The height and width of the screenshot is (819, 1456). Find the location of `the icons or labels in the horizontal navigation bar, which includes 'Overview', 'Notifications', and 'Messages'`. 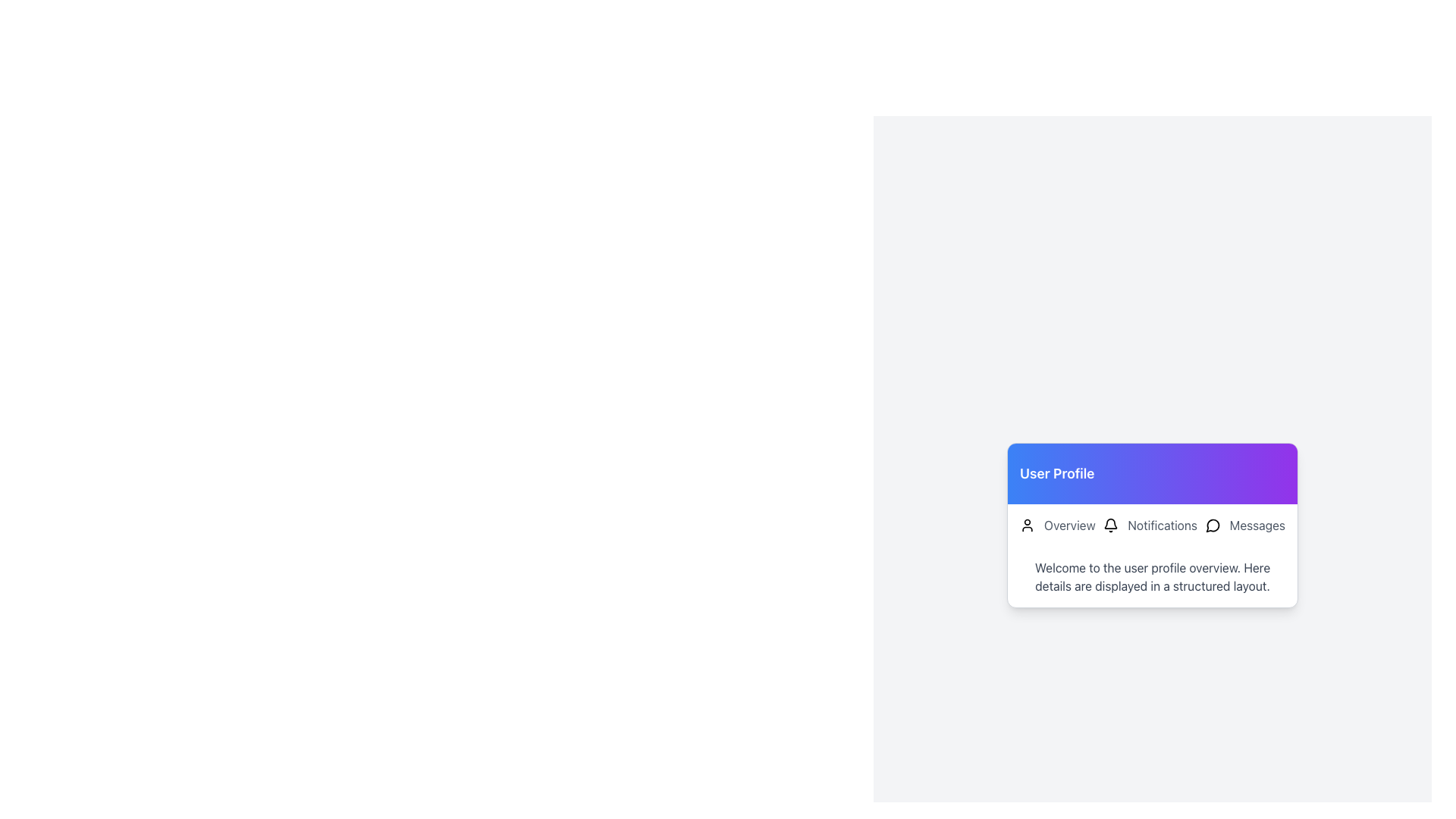

the icons or labels in the horizontal navigation bar, which includes 'Overview', 'Notifications', and 'Messages' is located at coordinates (1153, 525).